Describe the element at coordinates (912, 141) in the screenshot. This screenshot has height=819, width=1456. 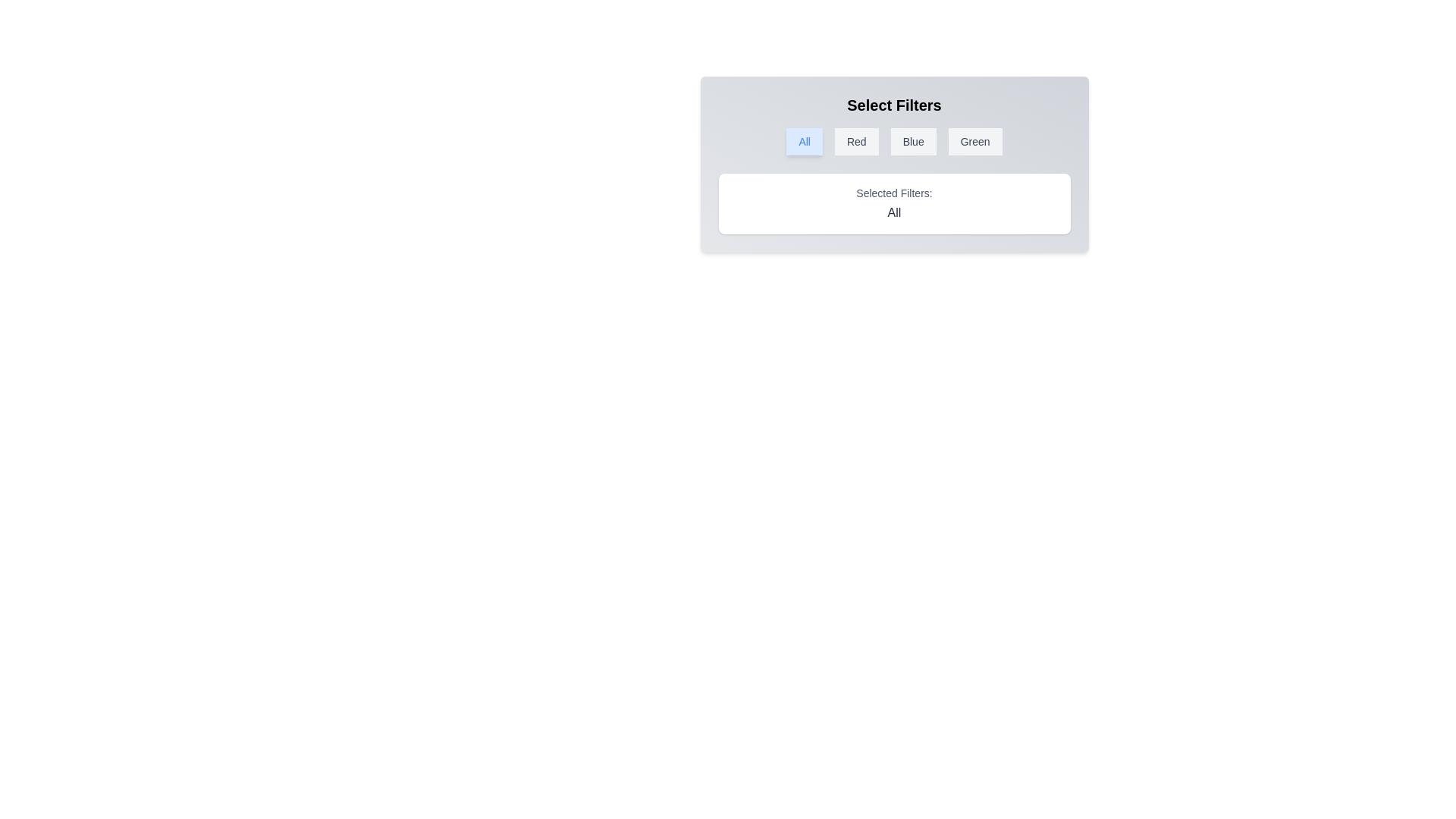
I see `the filter button Blue` at that location.